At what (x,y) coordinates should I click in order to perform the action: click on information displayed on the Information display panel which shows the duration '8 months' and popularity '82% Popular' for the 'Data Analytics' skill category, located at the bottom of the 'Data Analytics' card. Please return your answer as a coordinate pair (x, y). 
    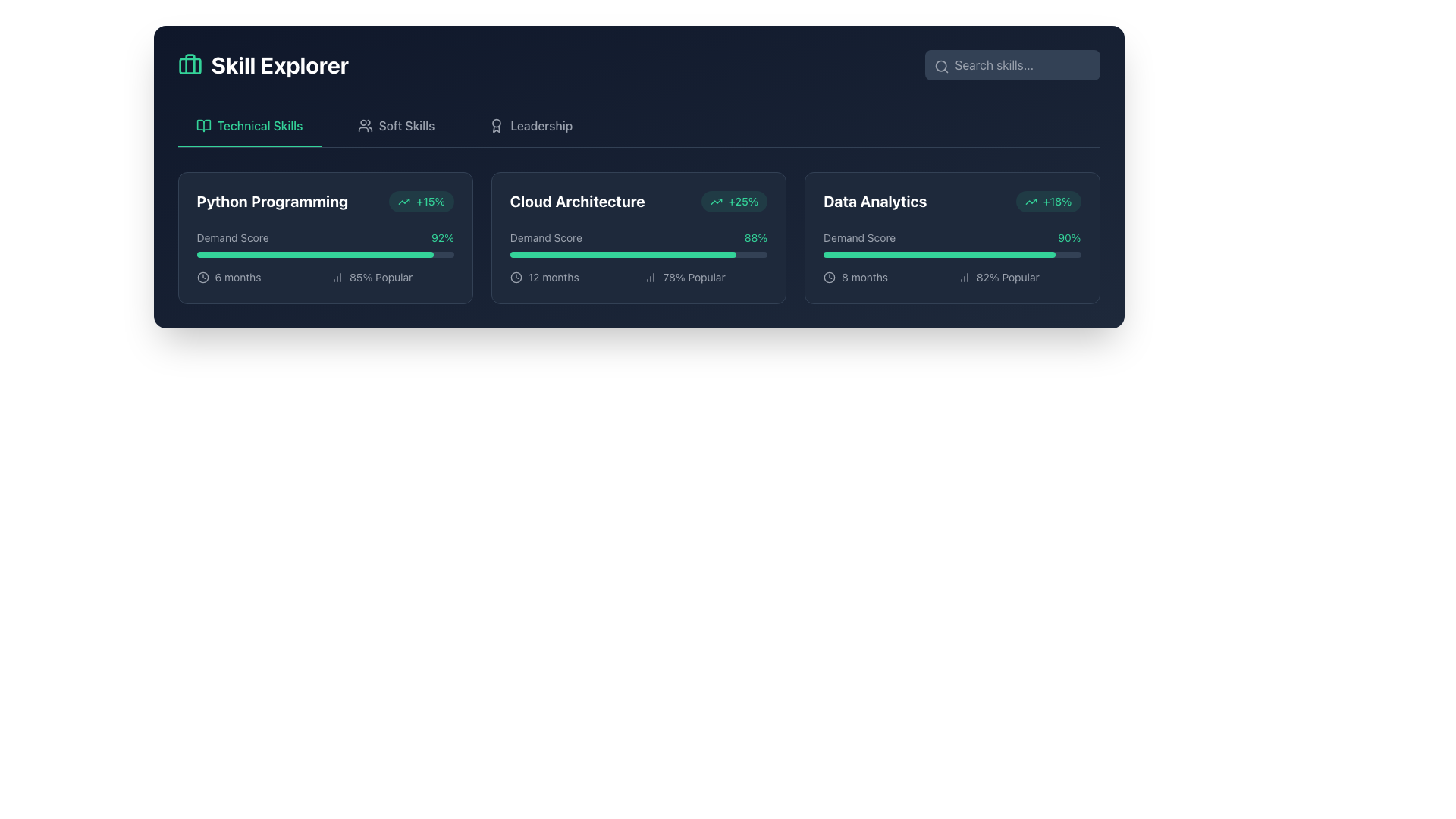
    Looking at the image, I should click on (951, 278).